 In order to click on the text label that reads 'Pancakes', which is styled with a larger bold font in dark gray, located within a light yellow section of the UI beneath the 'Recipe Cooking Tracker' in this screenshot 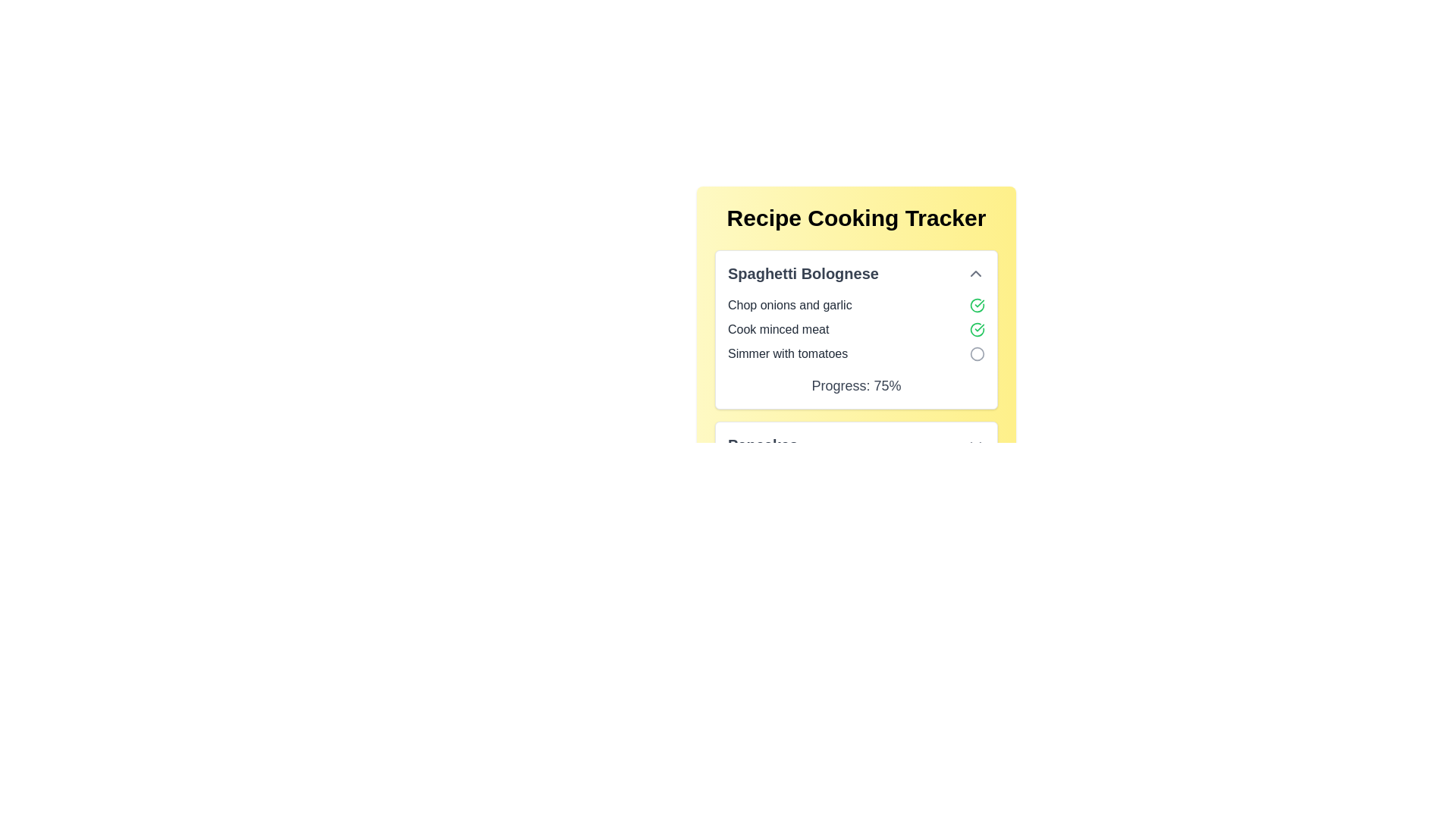, I will do `click(763, 444)`.